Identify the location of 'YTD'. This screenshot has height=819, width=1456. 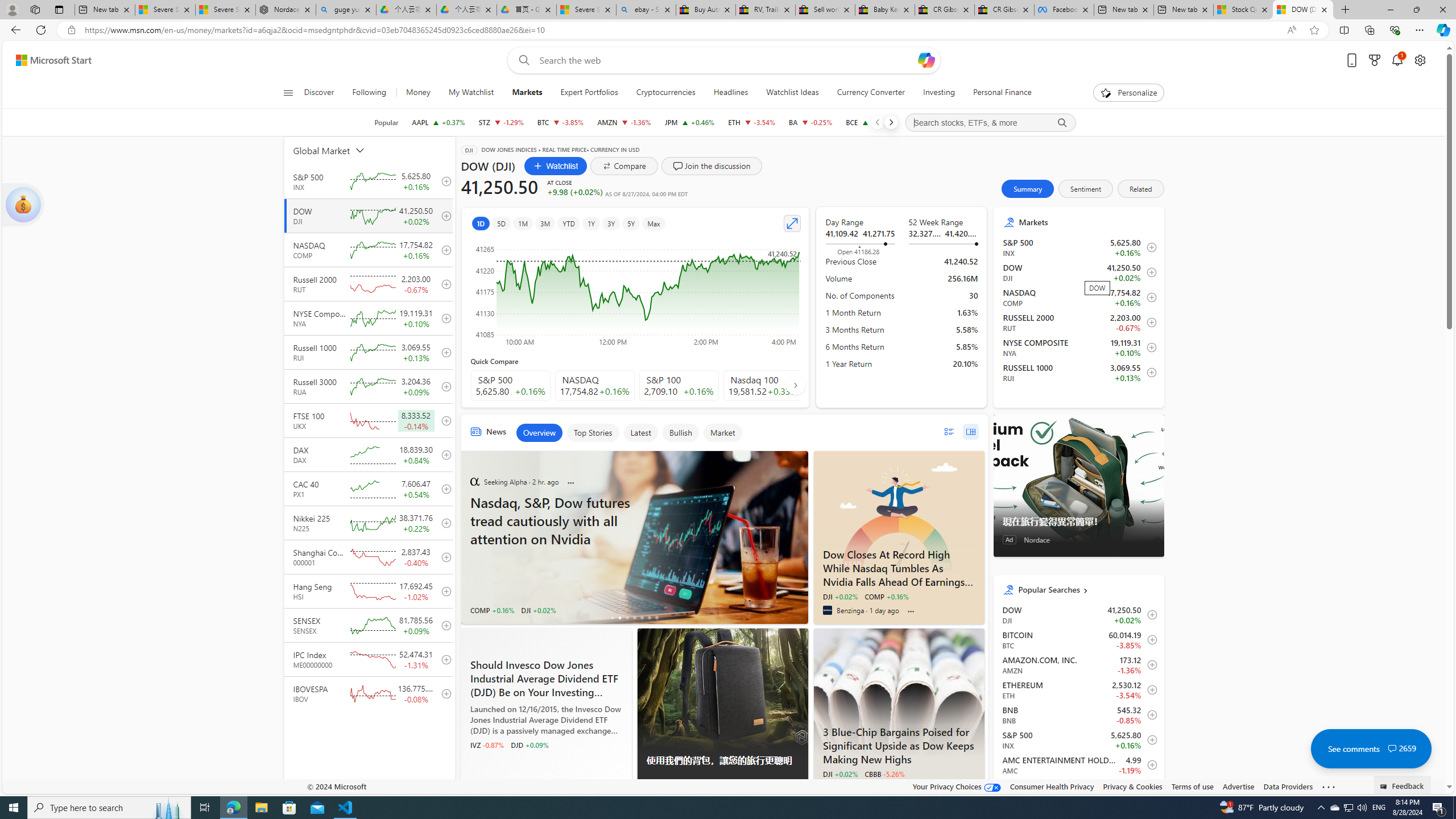
(568, 223).